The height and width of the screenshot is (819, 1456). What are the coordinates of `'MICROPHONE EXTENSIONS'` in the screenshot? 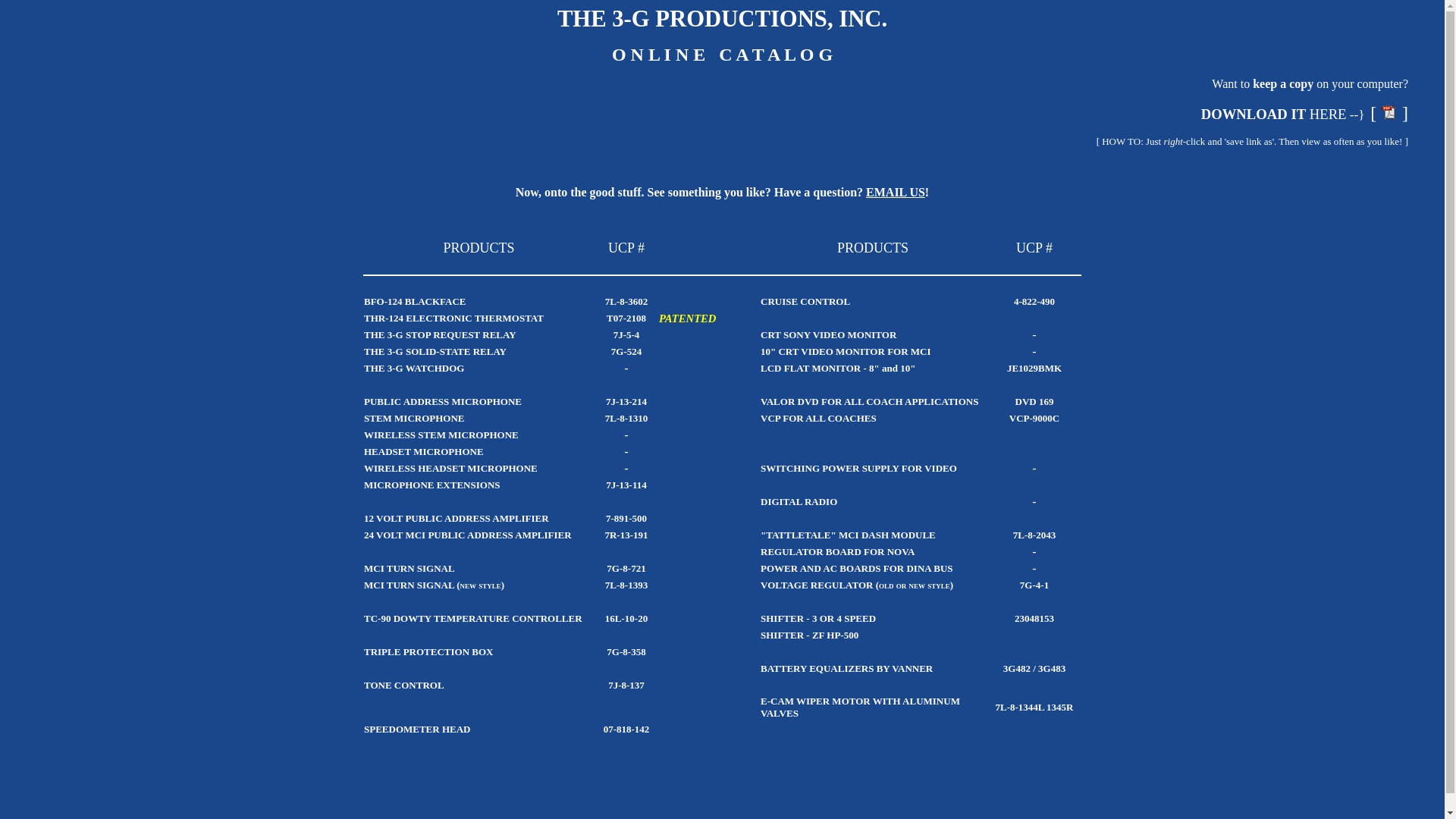 It's located at (431, 485).